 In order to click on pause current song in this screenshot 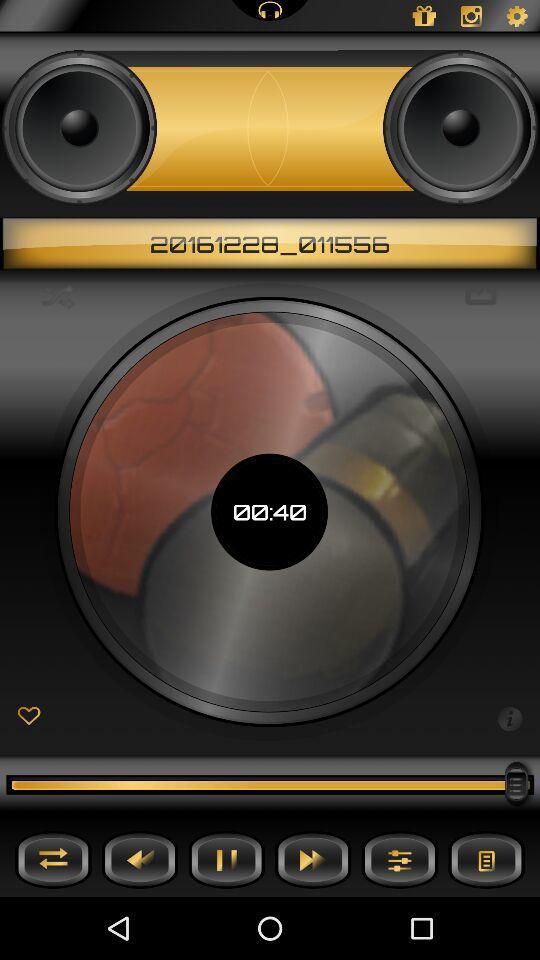, I will do `click(225, 858)`.